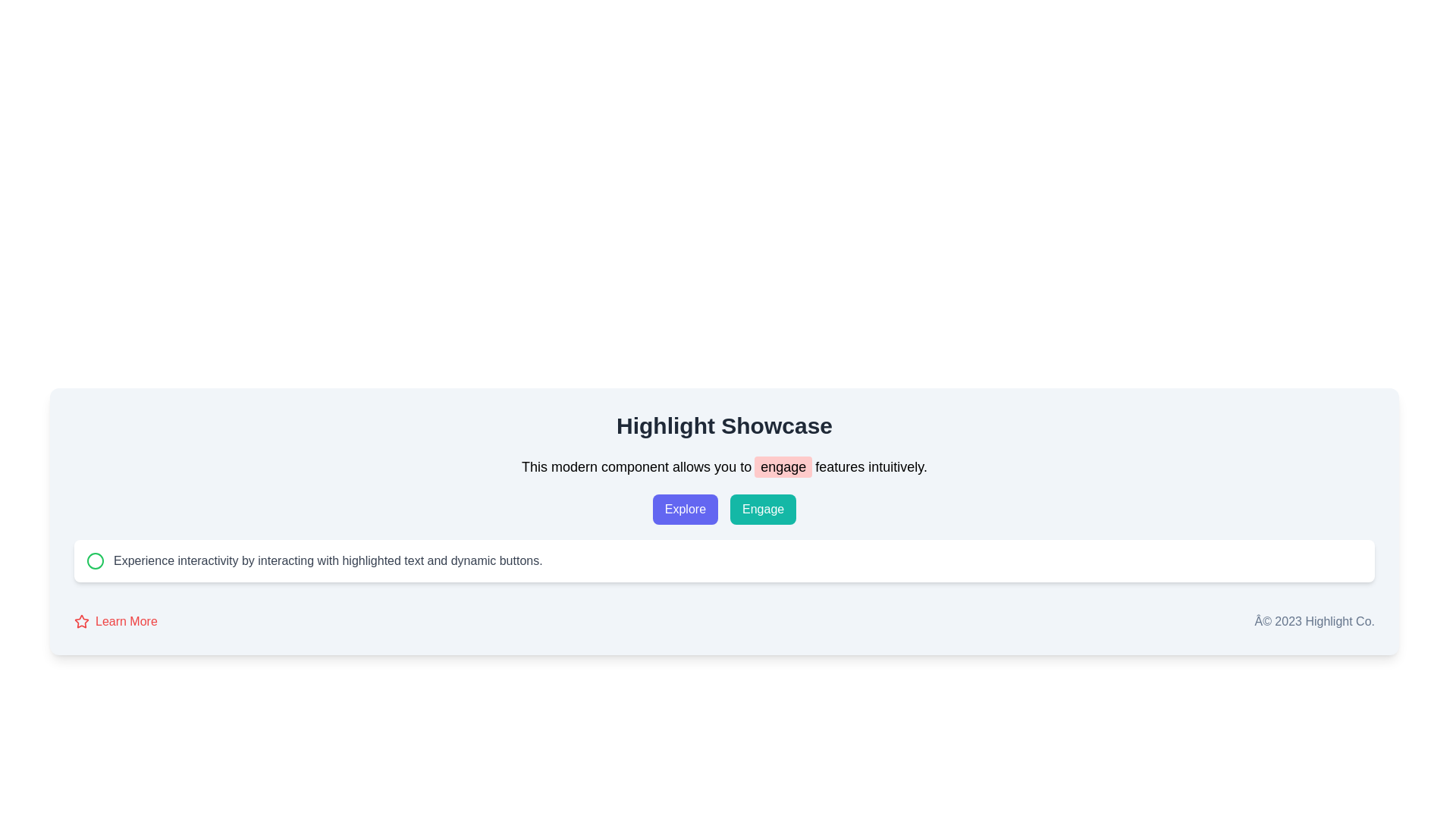 The image size is (1456, 819). I want to click on the star icon outlined in red, which is the leftmost element in the group next to the 'Learn More' text, so click(81, 622).